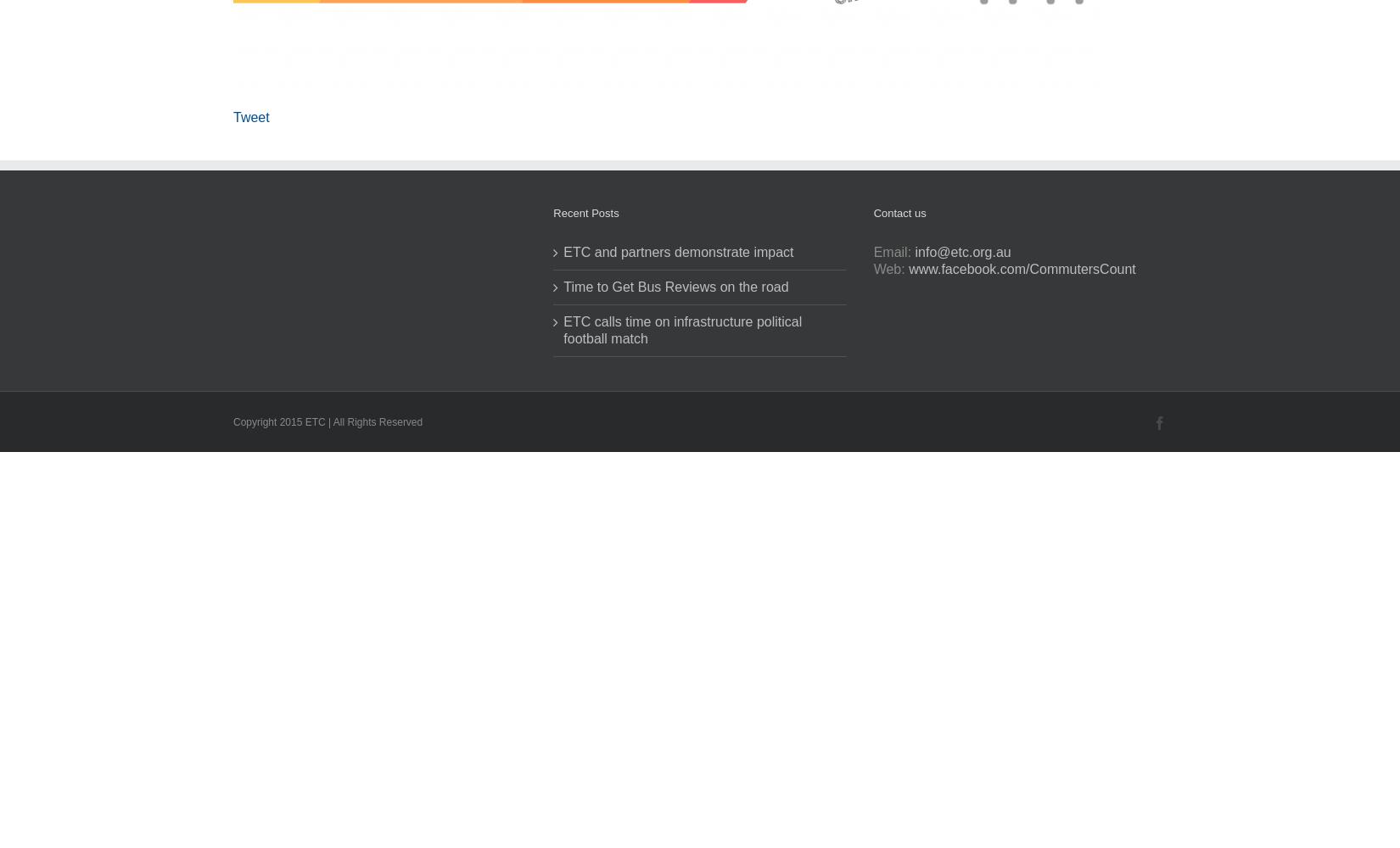 The image size is (1400, 848). What do you see at coordinates (962, 252) in the screenshot?
I see `'info@etc.org.au'` at bounding box center [962, 252].